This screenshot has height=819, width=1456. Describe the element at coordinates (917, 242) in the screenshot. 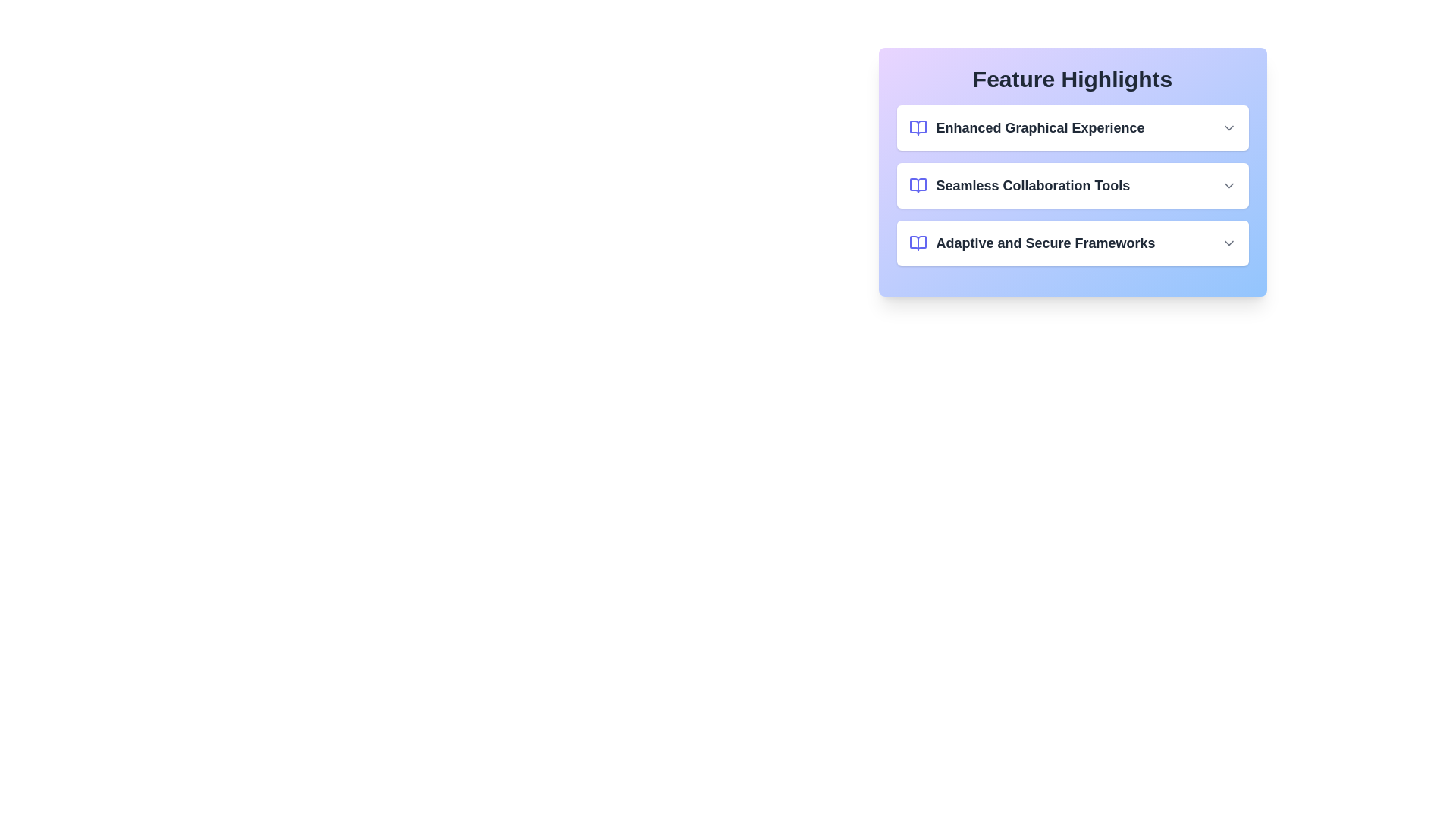

I see `the decorative icon representing 'Adaptive and Secure Frameworks' in the list under 'Feature Highlights'` at that location.